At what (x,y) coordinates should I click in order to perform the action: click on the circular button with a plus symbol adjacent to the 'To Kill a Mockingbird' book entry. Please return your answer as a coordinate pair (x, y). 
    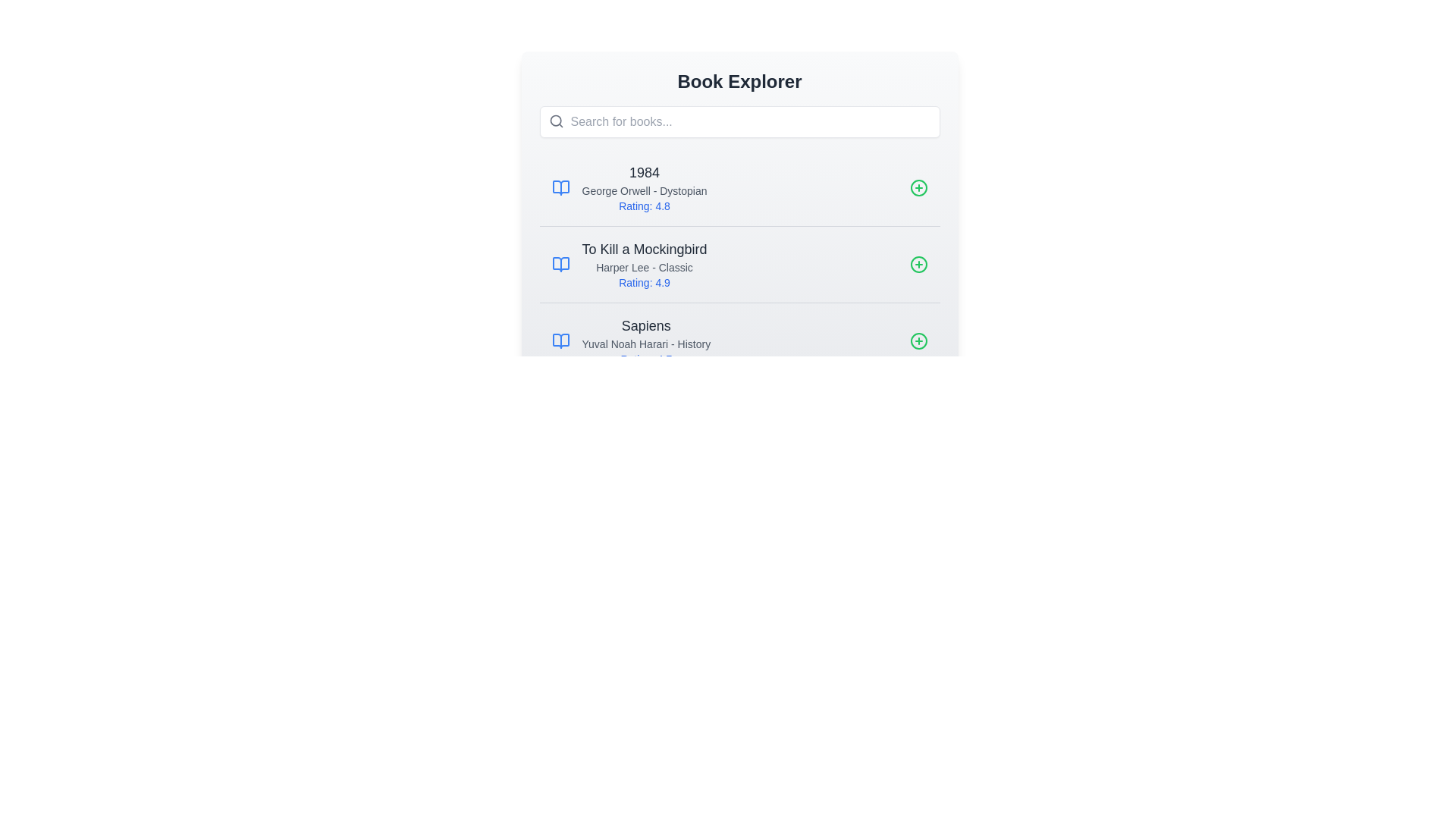
    Looking at the image, I should click on (918, 263).